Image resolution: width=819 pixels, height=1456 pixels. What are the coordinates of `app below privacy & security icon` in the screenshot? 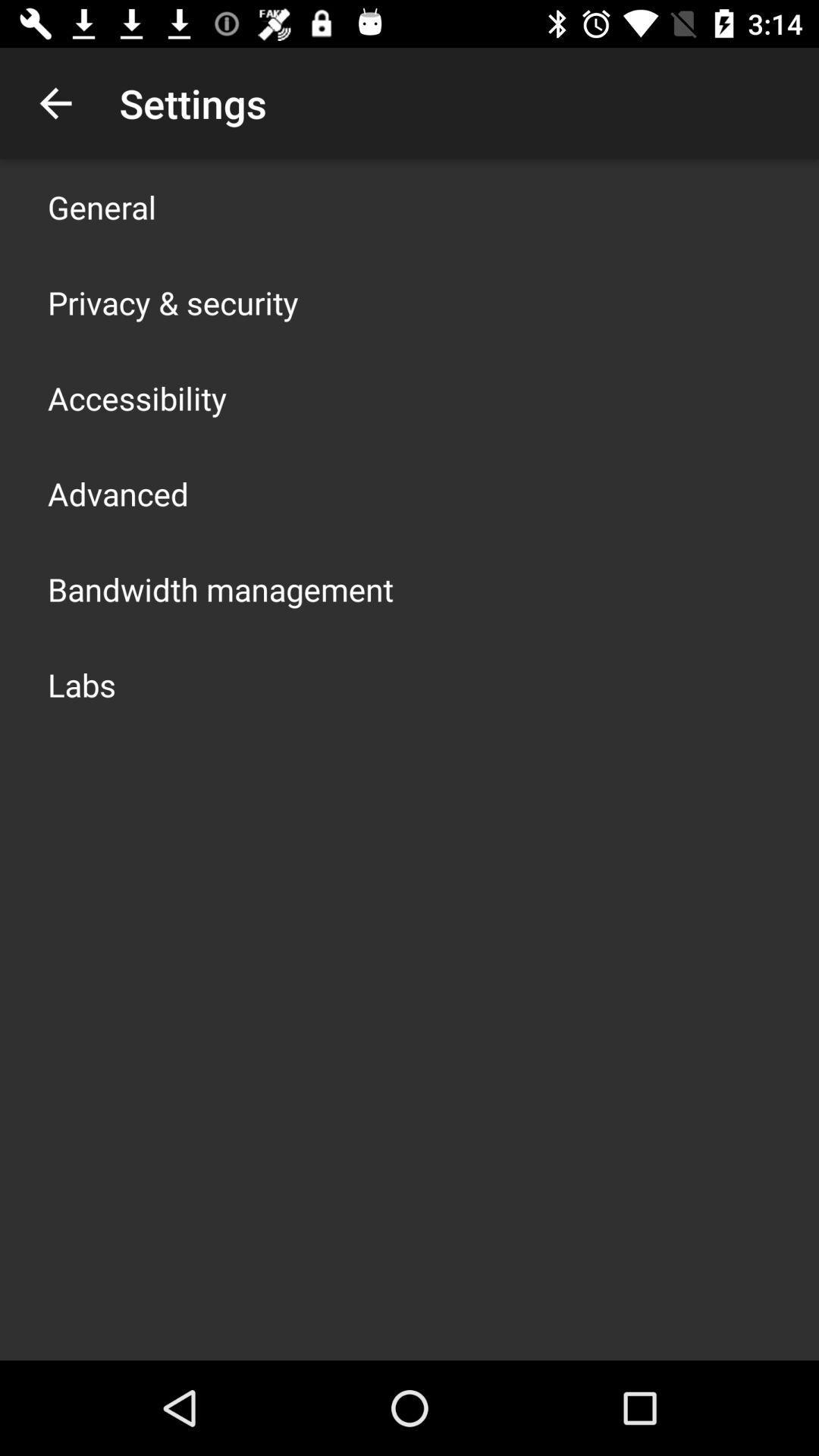 It's located at (137, 397).